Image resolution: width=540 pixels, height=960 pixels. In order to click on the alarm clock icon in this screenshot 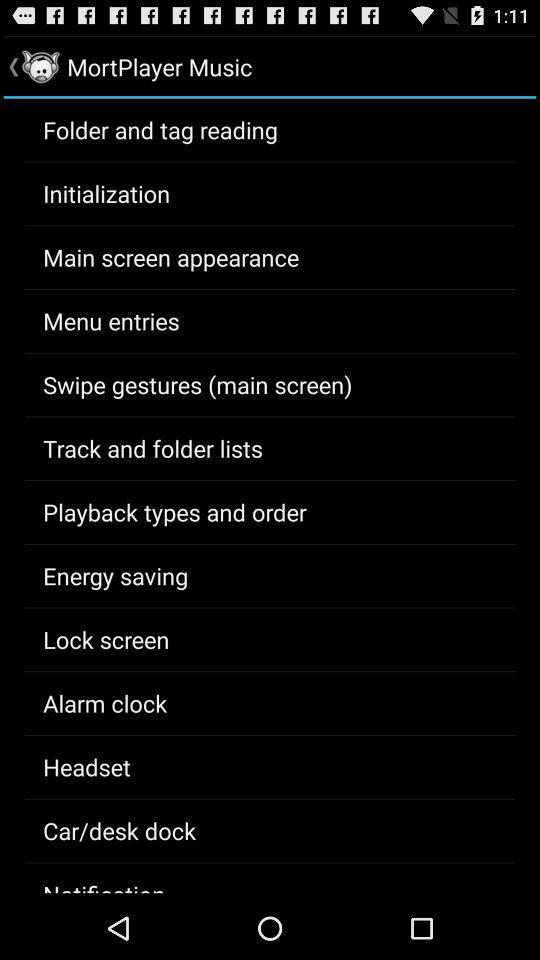, I will do `click(105, 703)`.